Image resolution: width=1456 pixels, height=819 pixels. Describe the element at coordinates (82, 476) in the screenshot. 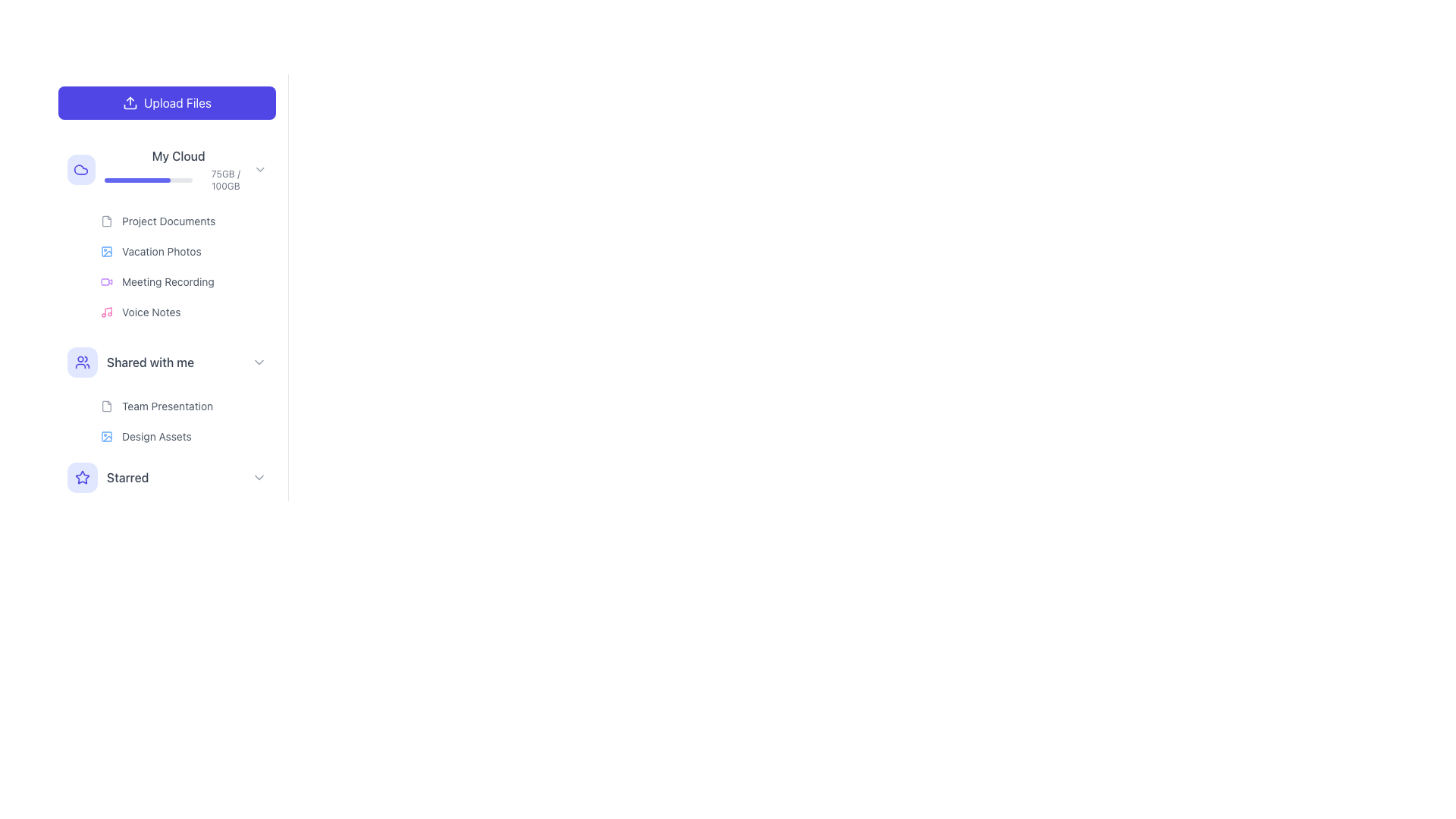

I see `the star icon button with an indigo outline located in the bottom section of the sidebar, part of the 'Starred' section` at that location.